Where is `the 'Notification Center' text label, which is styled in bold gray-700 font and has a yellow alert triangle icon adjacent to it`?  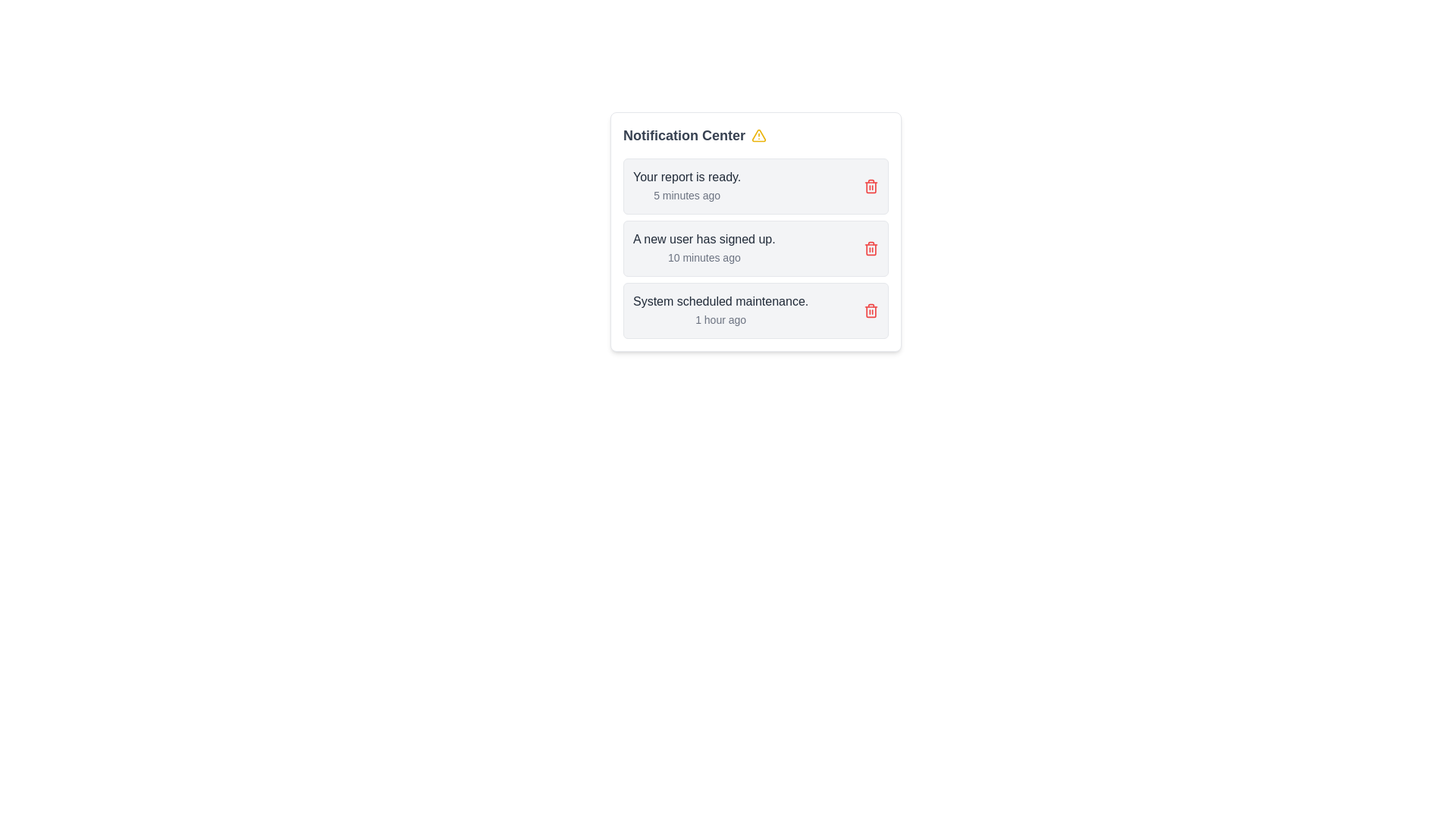
the 'Notification Center' text label, which is styled in bold gray-700 font and has a yellow alert triangle icon adjacent to it is located at coordinates (756, 134).